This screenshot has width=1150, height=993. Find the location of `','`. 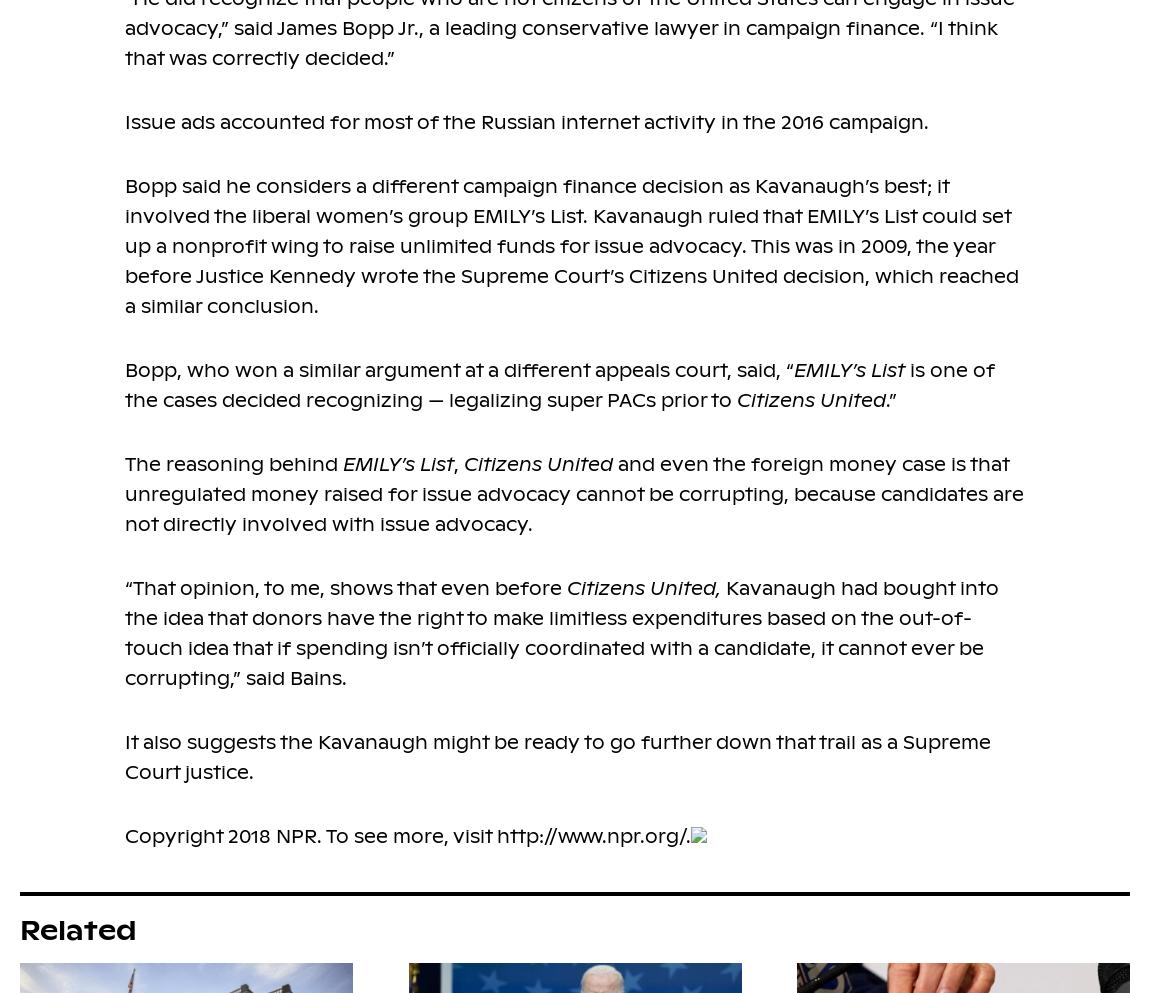

',' is located at coordinates (458, 463).